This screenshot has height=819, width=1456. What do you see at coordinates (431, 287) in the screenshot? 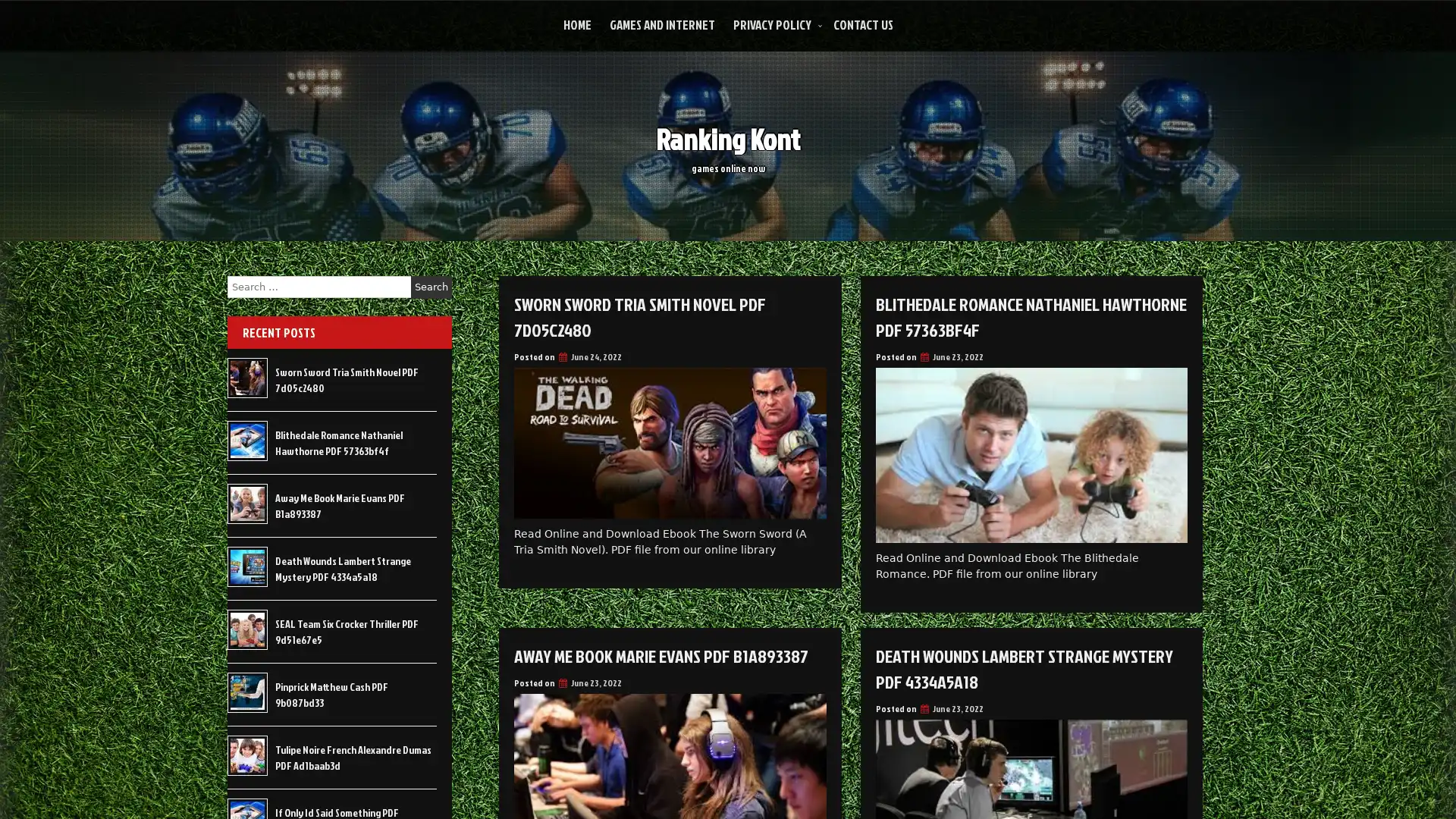
I see `Search` at bounding box center [431, 287].